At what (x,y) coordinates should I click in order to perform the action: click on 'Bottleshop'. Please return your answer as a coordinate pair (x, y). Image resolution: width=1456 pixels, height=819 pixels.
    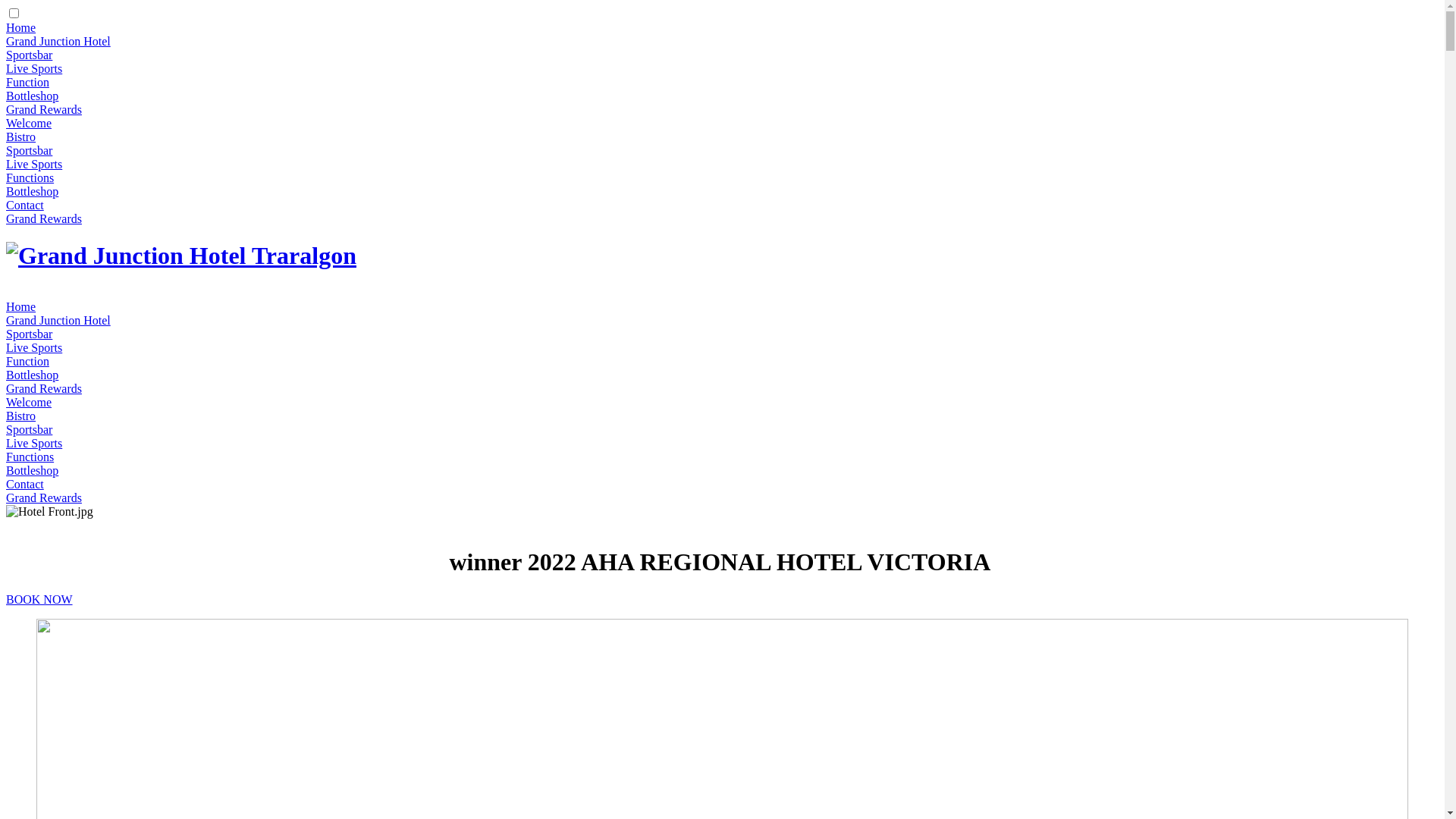
    Looking at the image, I should click on (32, 96).